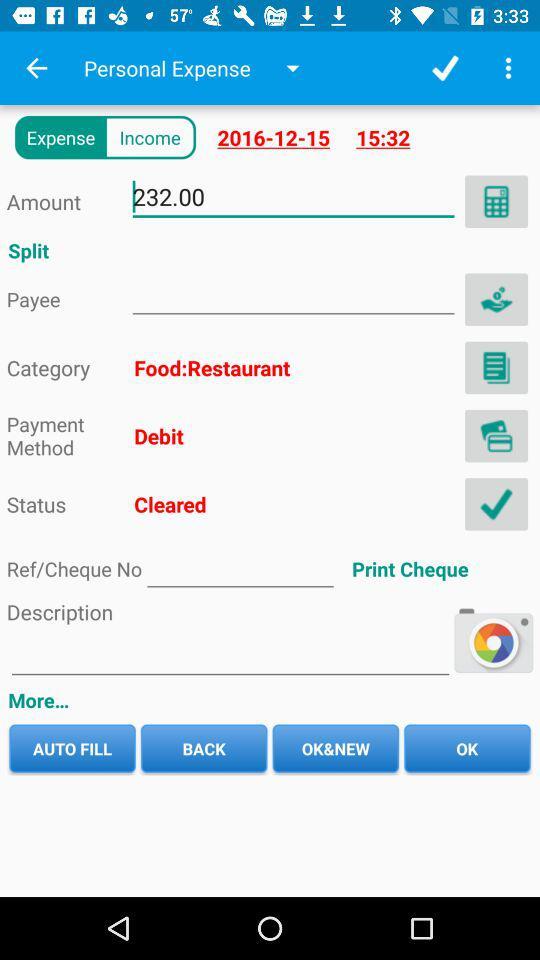 The height and width of the screenshot is (960, 540). Describe the element at coordinates (495, 503) in the screenshot. I see `the check icon` at that location.